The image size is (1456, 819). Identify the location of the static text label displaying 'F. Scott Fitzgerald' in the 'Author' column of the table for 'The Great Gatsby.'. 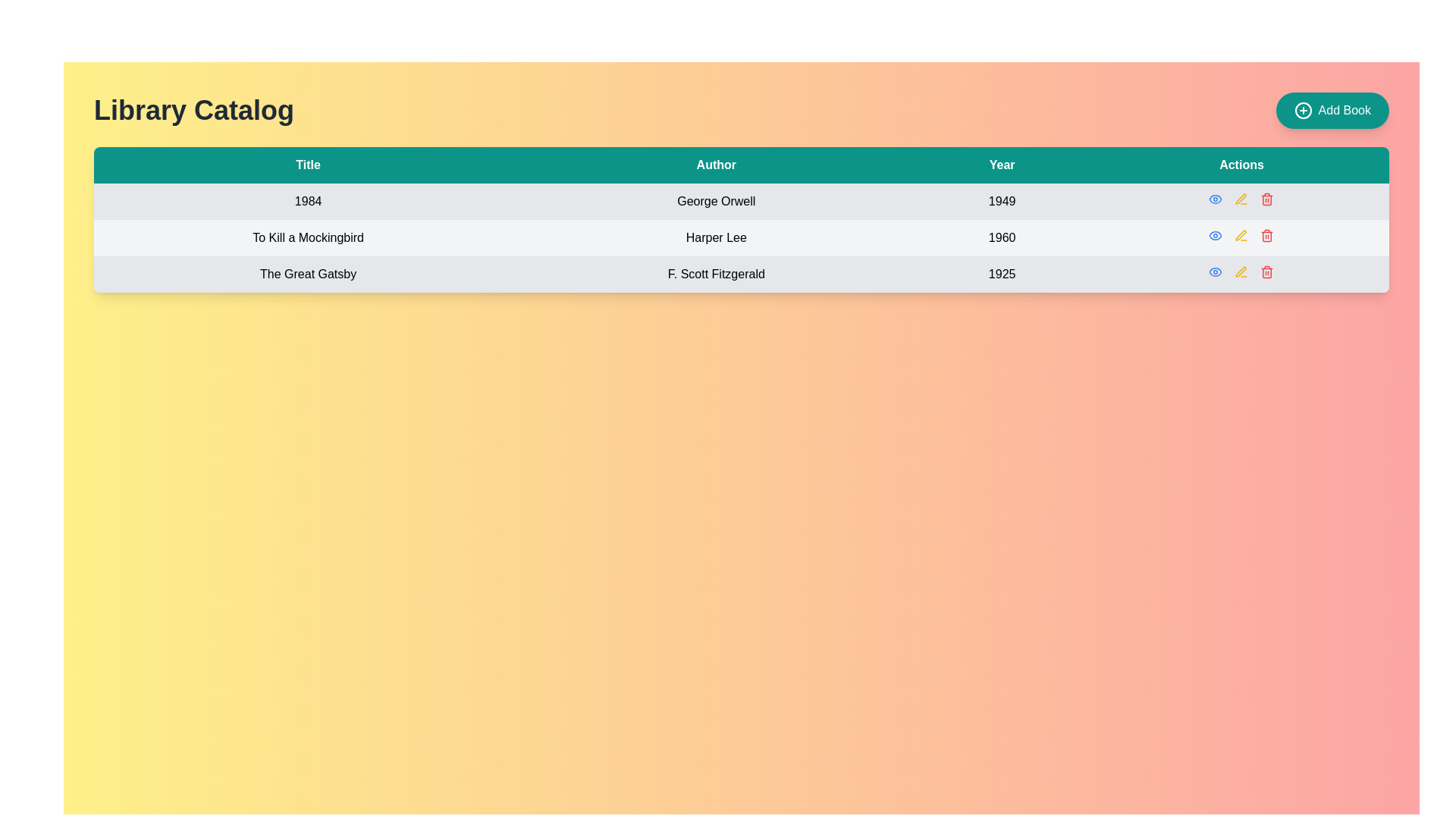
(715, 275).